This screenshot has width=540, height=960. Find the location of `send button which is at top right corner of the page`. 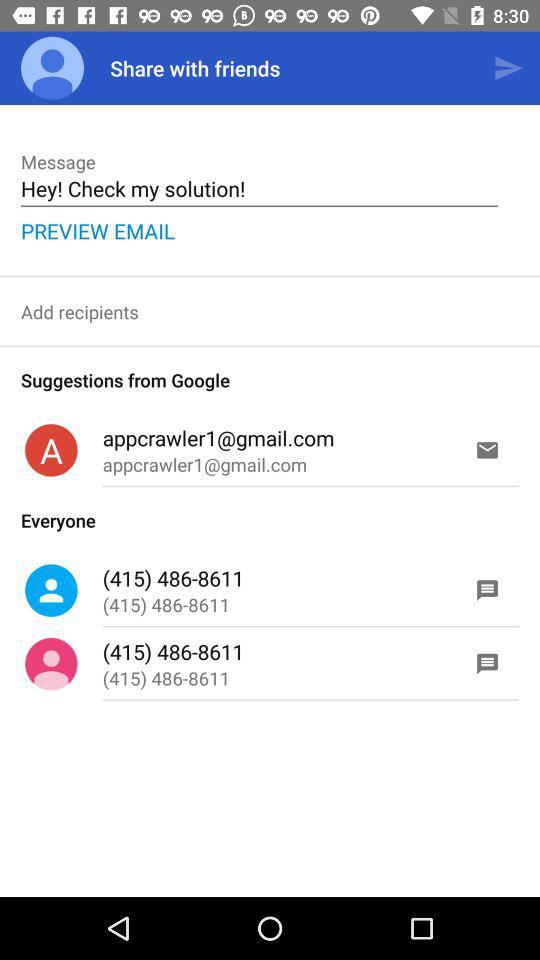

send button which is at top right corner of the page is located at coordinates (508, 68).